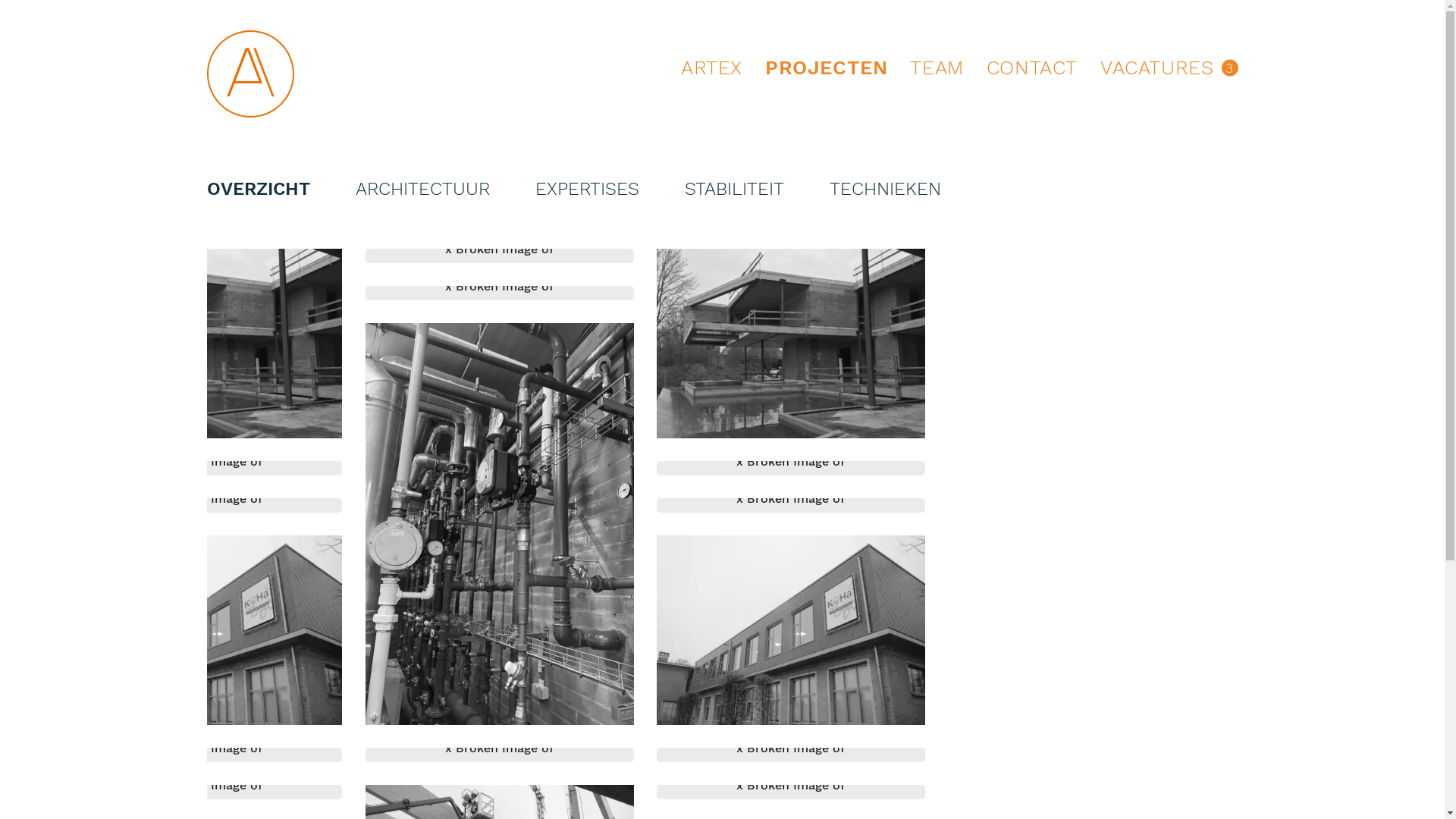 The image size is (1456, 819). Describe the element at coordinates (711, 71) in the screenshot. I see `'ARTEX'` at that location.